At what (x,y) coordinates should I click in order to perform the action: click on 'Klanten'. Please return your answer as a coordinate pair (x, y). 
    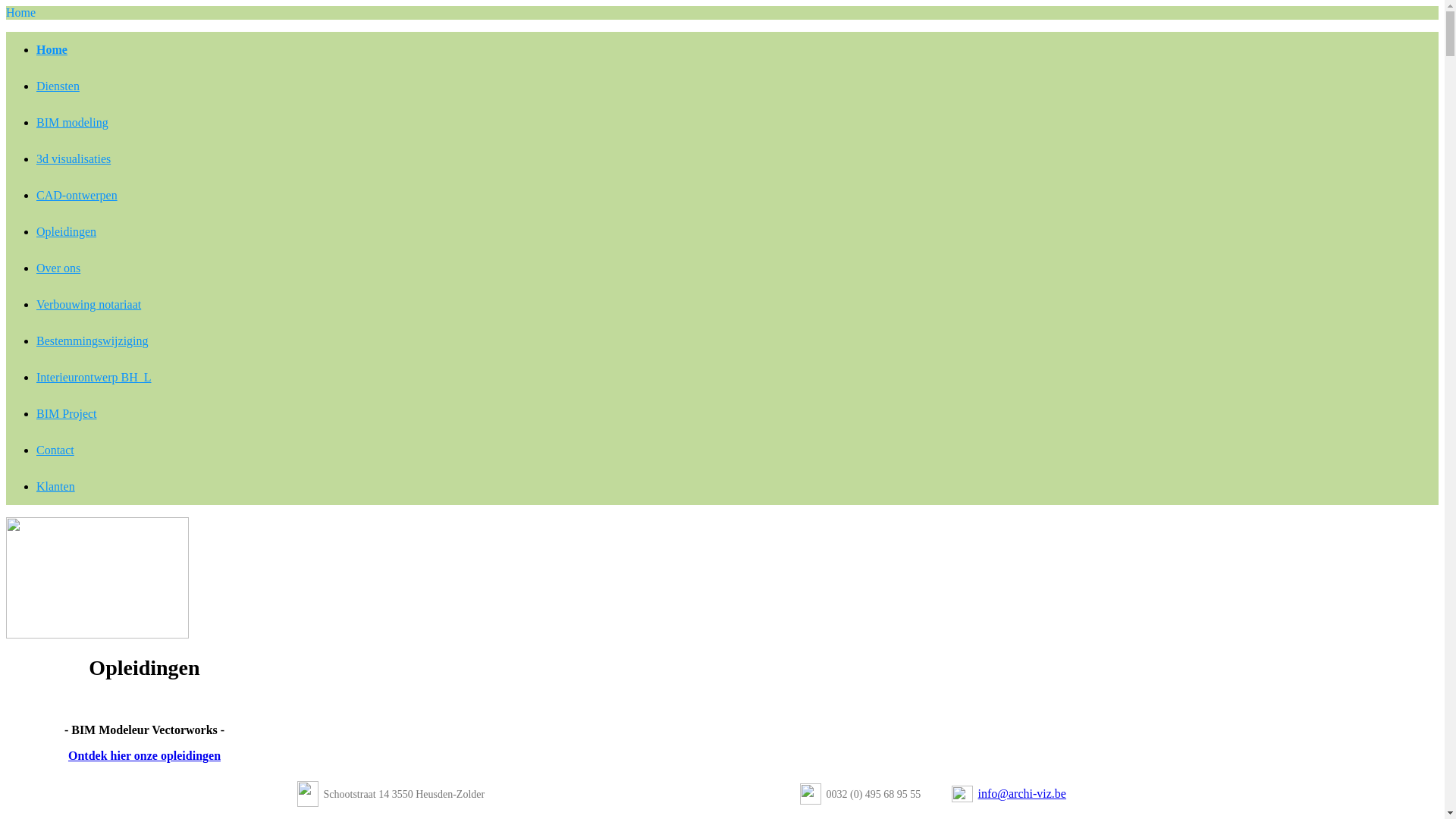
    Looking at the image, I should click on (55, 486).